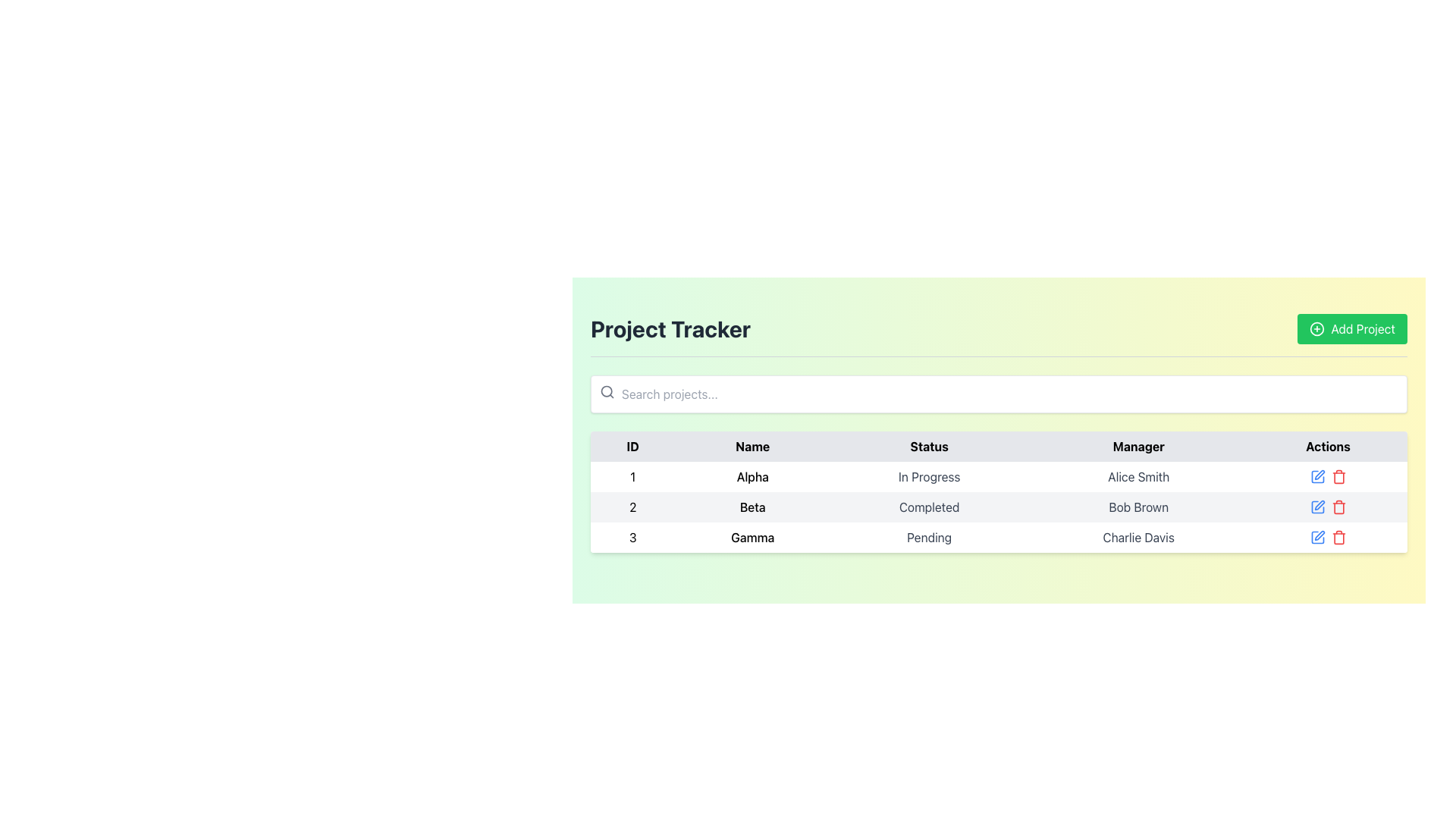  Describe the element at coordinates (1138, 537) in the screenshot. I see `text content of the element displaying 'Charlie Davis' in the 'Manager' column of the third row for the 'Gamma' project` at that location.